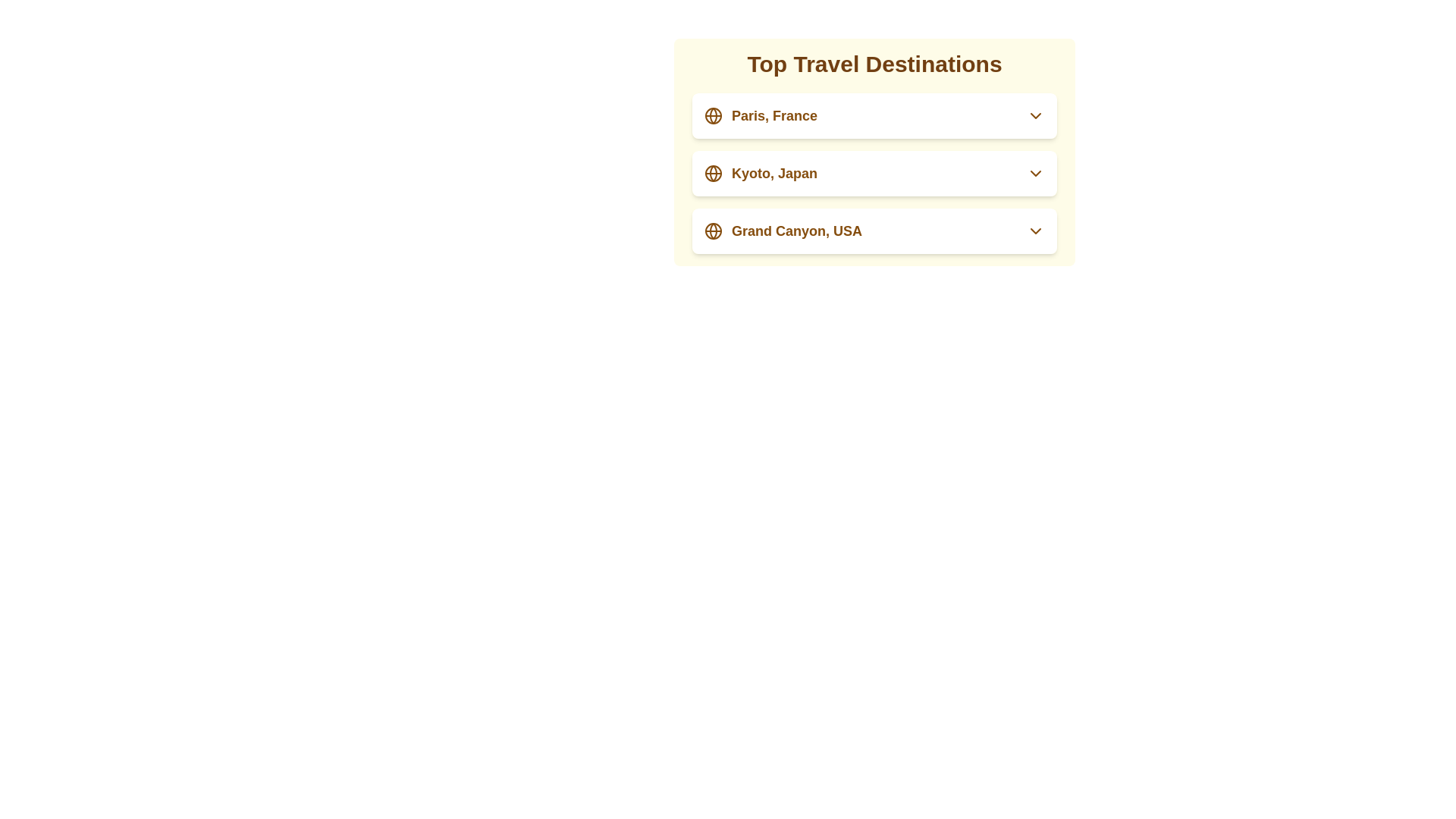  I want to click on the text label displaying 'Kyoto, Japan', so click(774, 172).